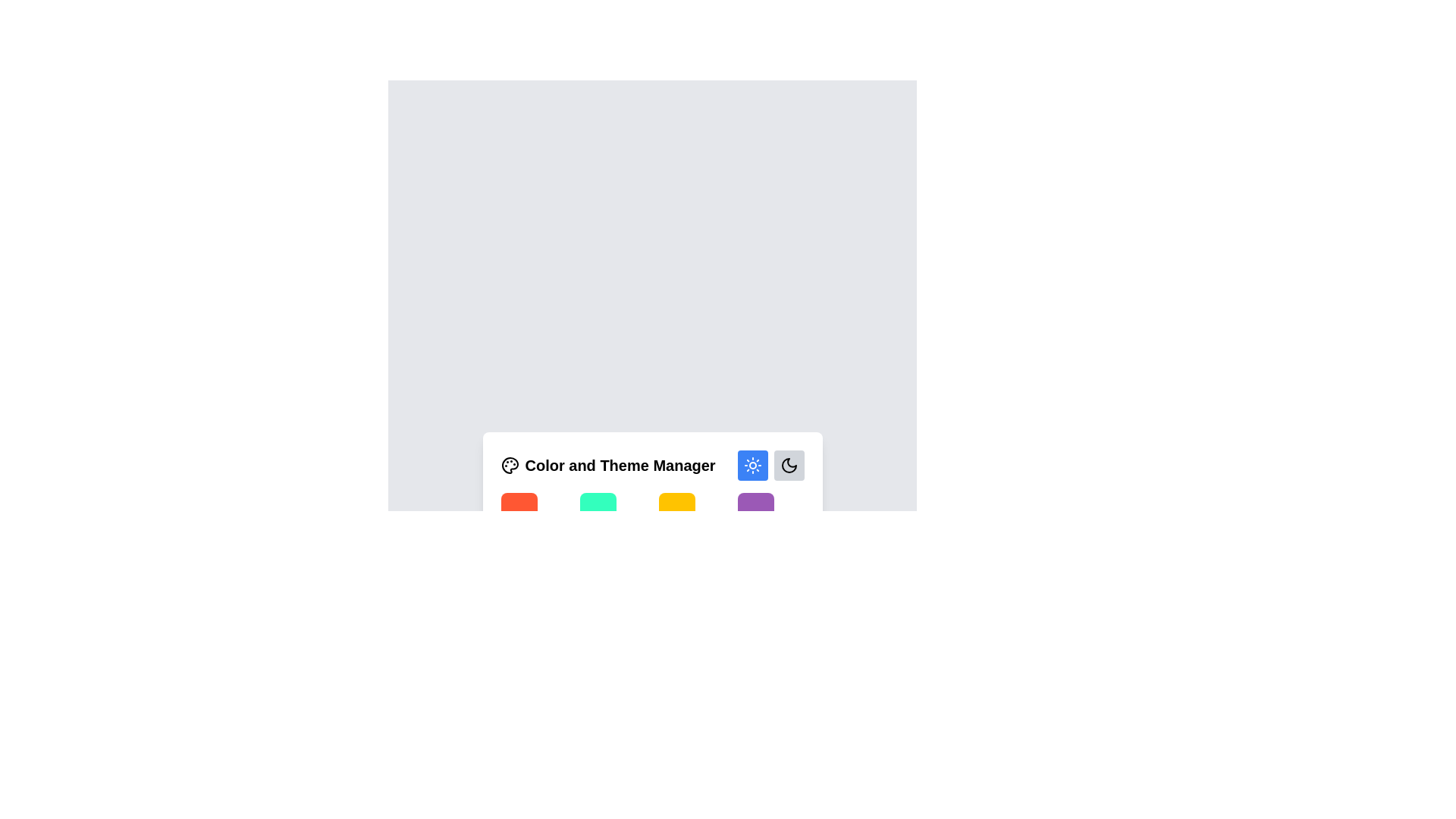 This screenshot has width=1456, height=819. Describe the element at coordinates (770, 464) in the screenshot. I see `the gray button with a black crescent moon icon` at that location.